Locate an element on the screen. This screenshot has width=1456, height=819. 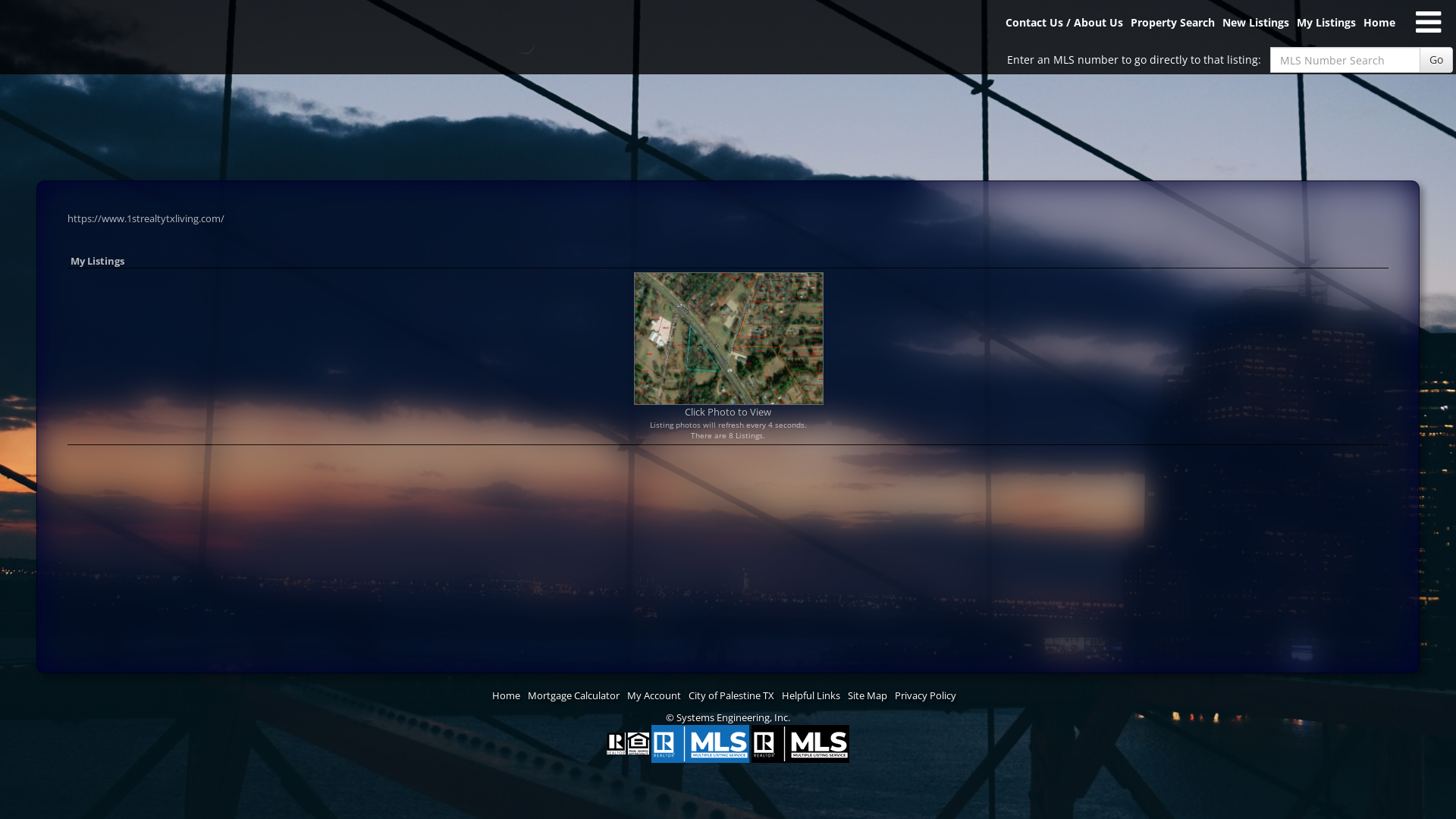
'City of Palestine TX' is located at coordinates (731, 695).